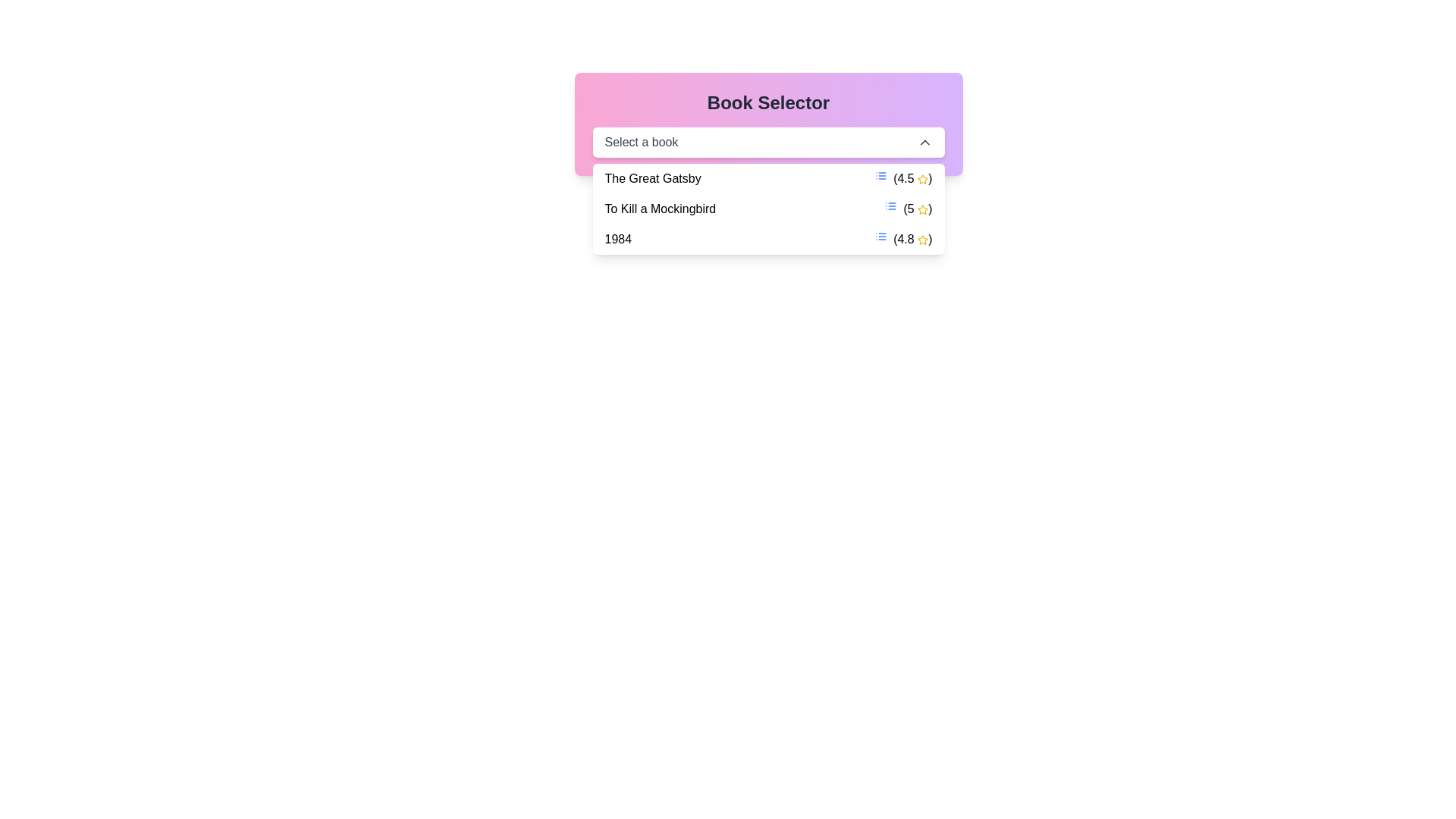  What do you see at coordinates (908, 209) in the screenshot?
I see `the Rating indicator for the book 'To Kill a Mockingbird', which is positioned in the second row of the book list, adjacent to a blue list icon and a star icon` at bounding box center [908, 209].